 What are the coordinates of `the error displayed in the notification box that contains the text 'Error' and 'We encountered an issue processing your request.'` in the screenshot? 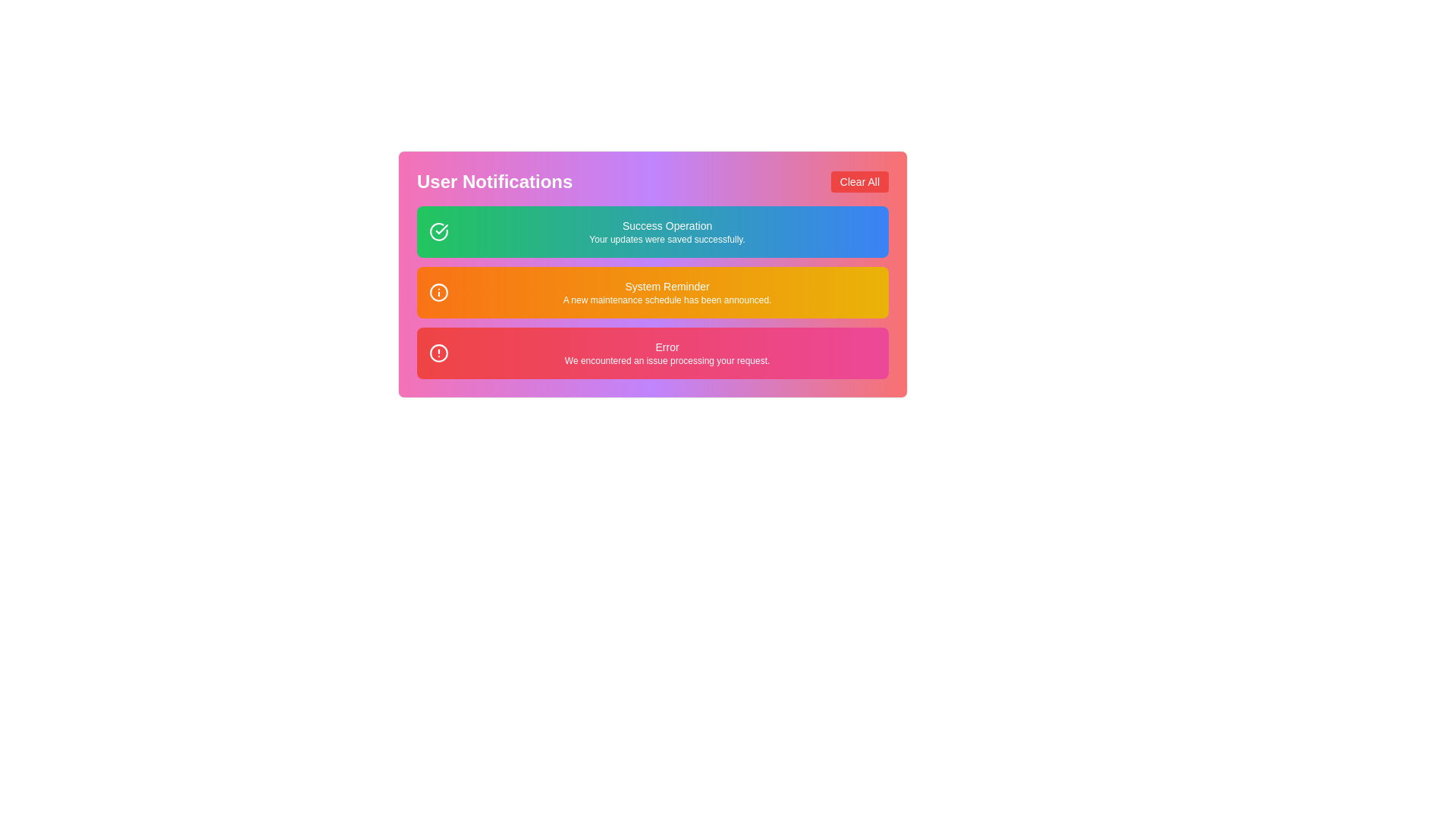 It's located at (667, 353).